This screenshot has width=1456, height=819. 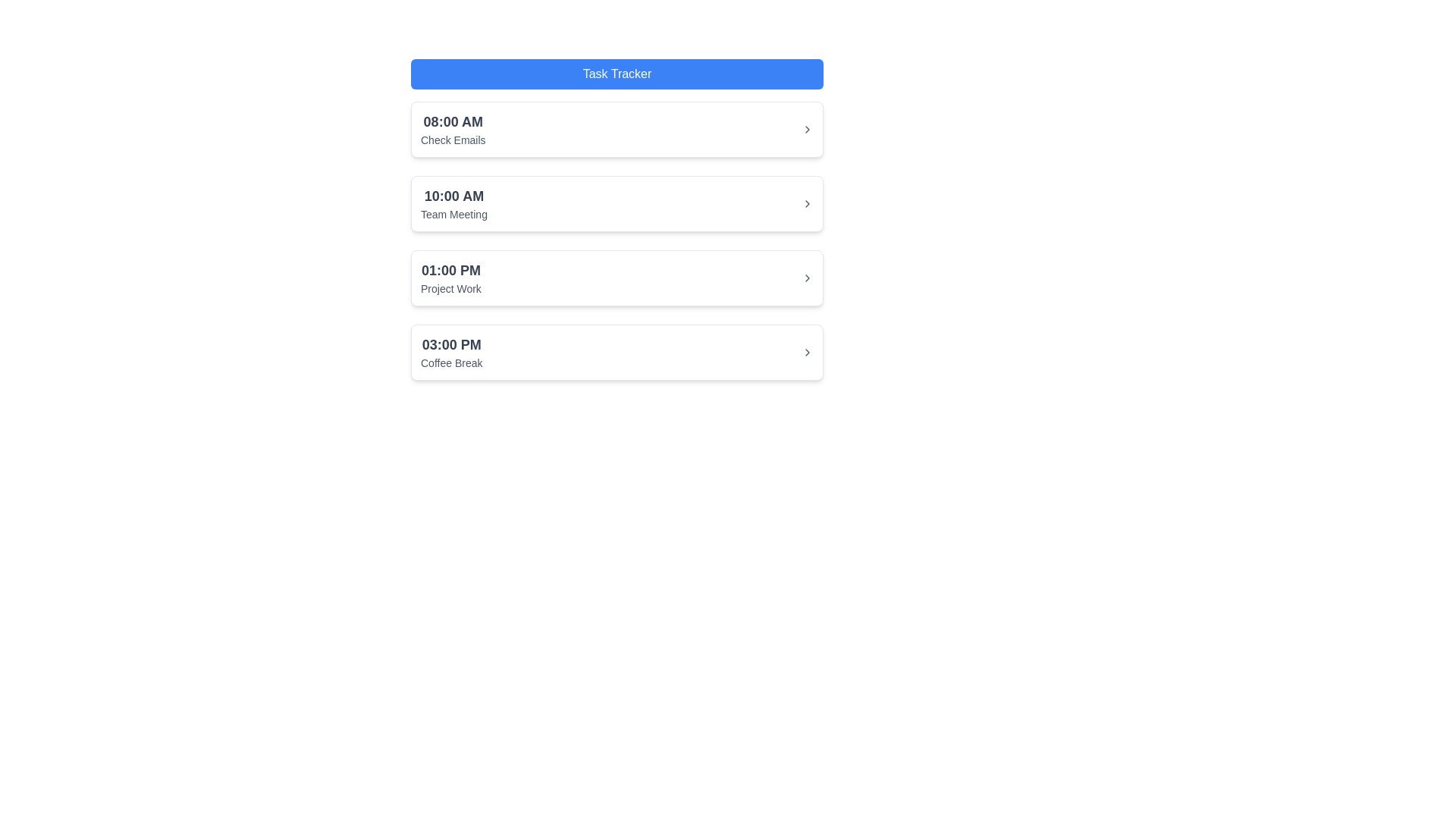 I want to click on the third List item card displaying '01:00 PM' and 'Project Work' in the 'Task Tracker' section, so click(x=617, y=278).